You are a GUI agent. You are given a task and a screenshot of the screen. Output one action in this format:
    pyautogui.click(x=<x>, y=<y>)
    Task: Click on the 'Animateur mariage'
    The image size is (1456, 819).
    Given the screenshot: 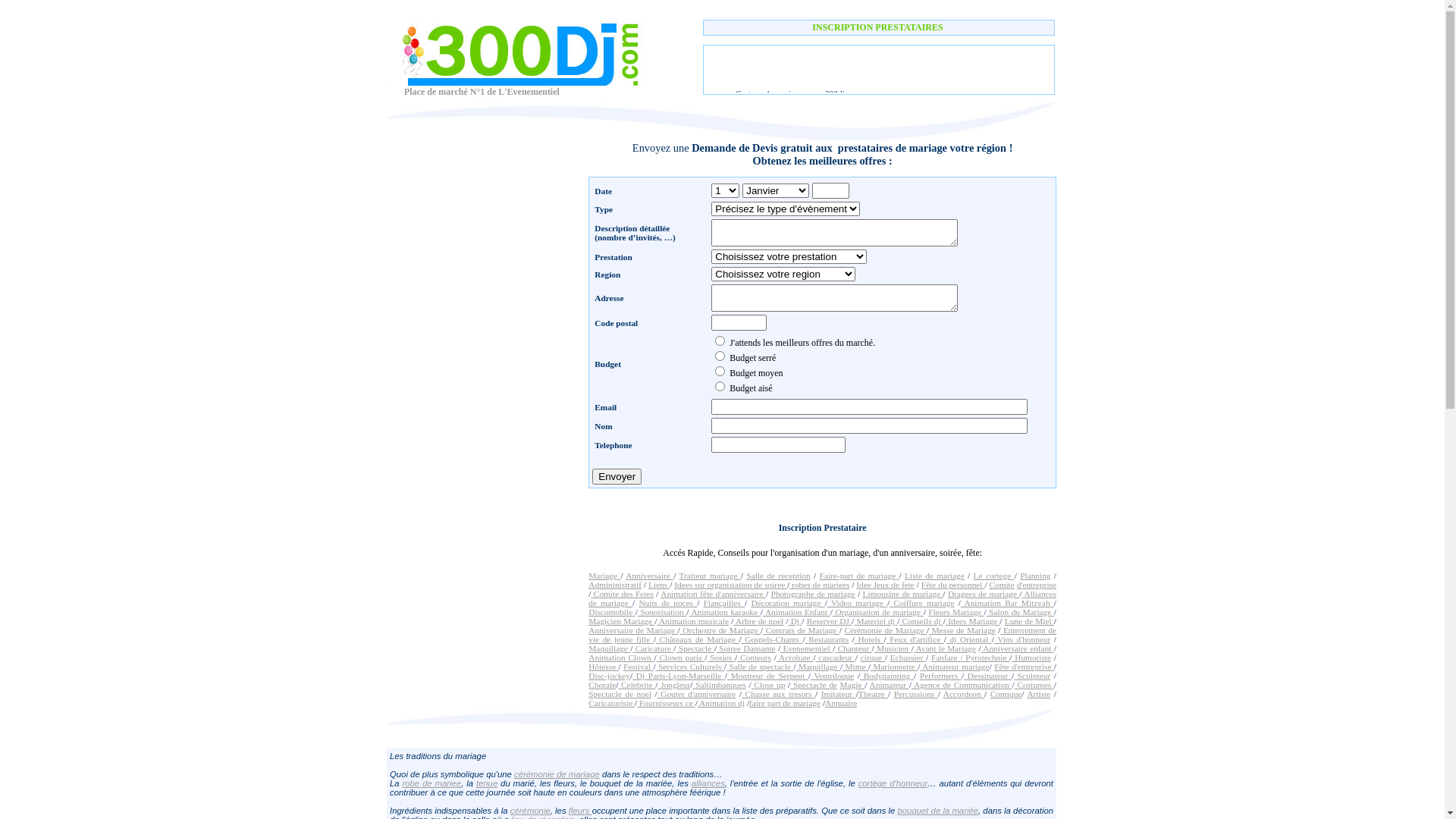 What is the action you would take?
    pyautogui.click(x=953, y=666)
    